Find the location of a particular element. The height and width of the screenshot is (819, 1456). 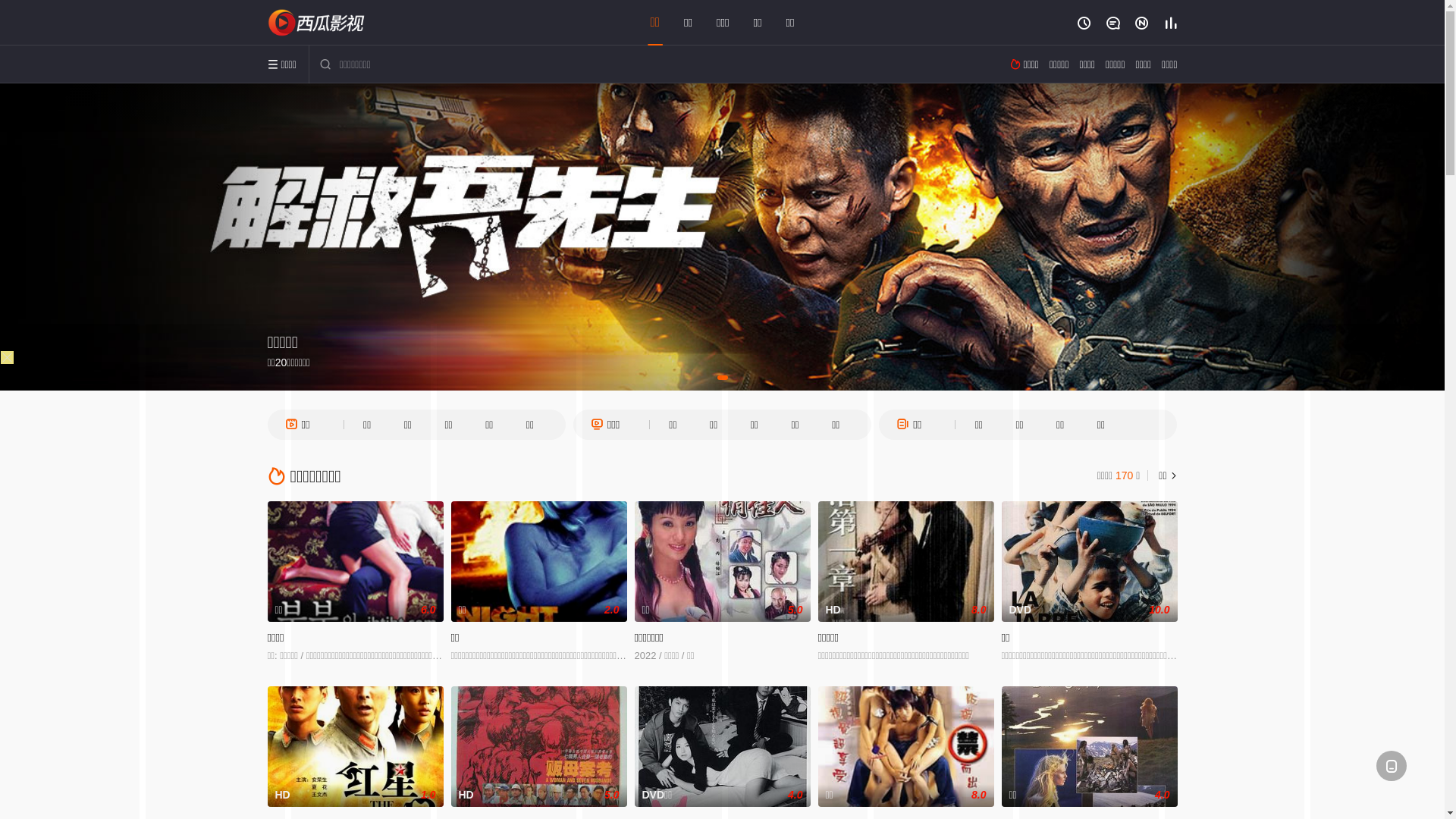

'HD is located at coordinates (905, 561).